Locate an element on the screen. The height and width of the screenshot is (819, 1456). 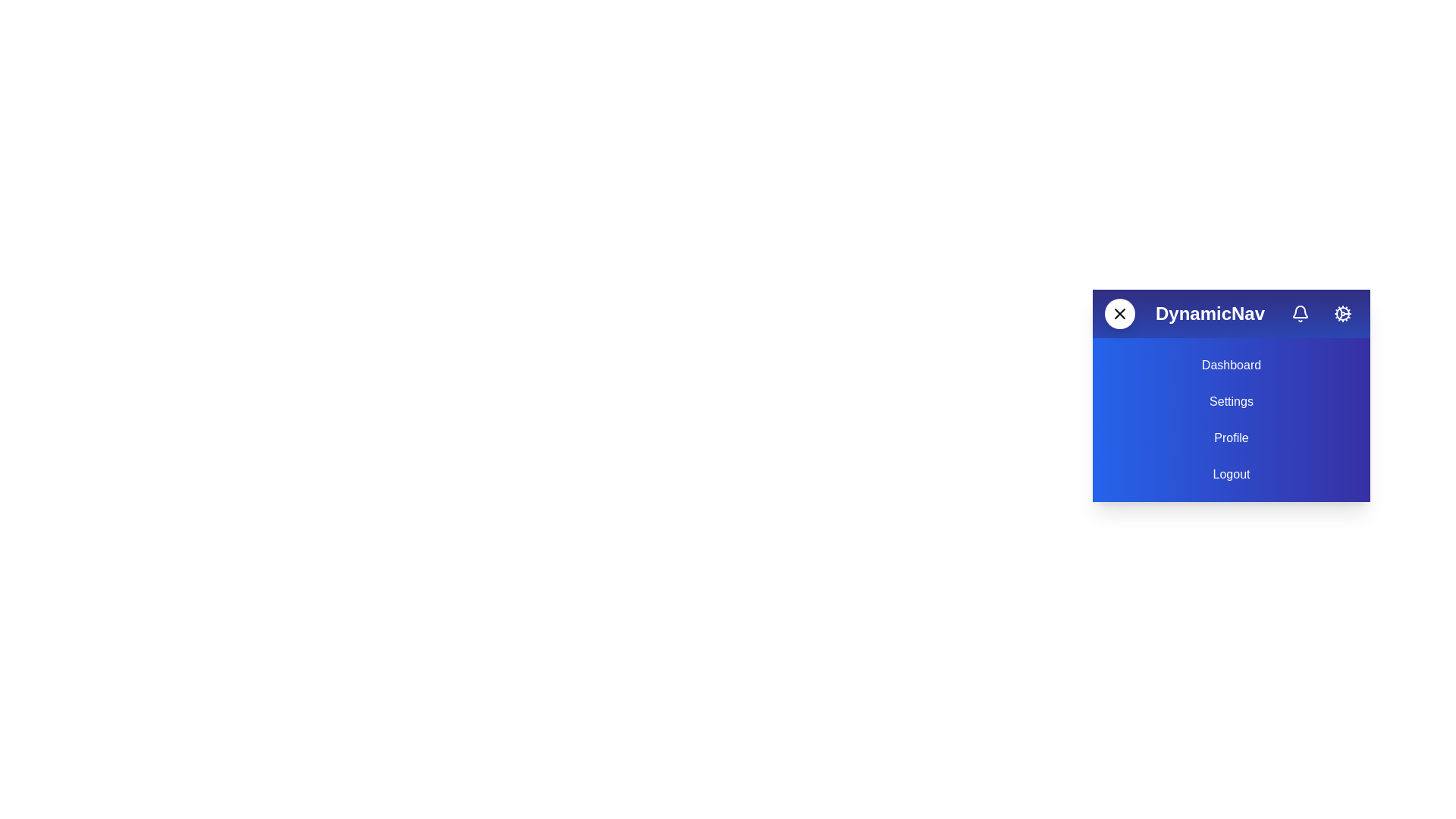
the menu item Profile is located at coordinates (1231, 438).